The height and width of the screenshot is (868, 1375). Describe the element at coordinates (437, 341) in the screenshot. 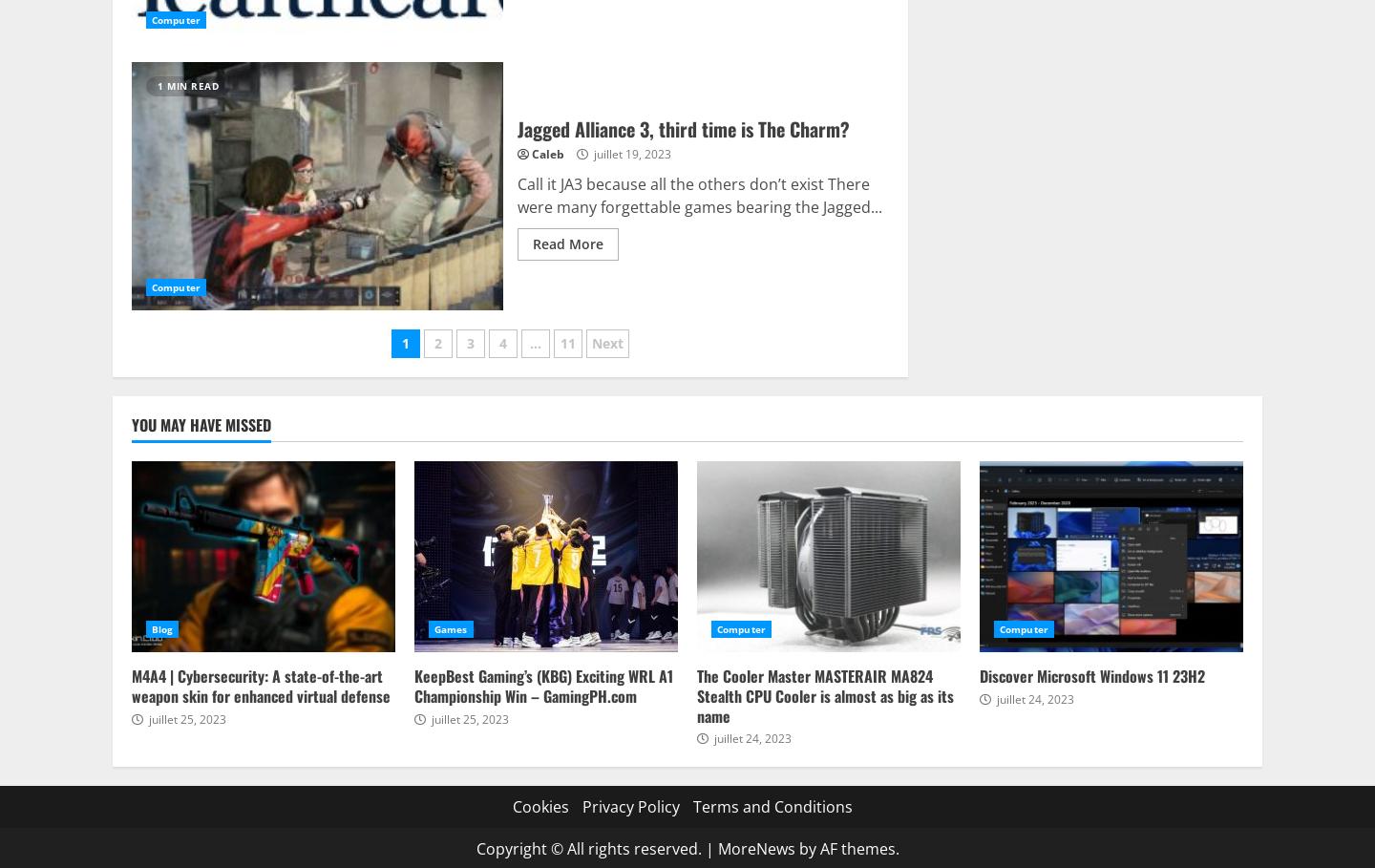

I see `'2'` at that location.